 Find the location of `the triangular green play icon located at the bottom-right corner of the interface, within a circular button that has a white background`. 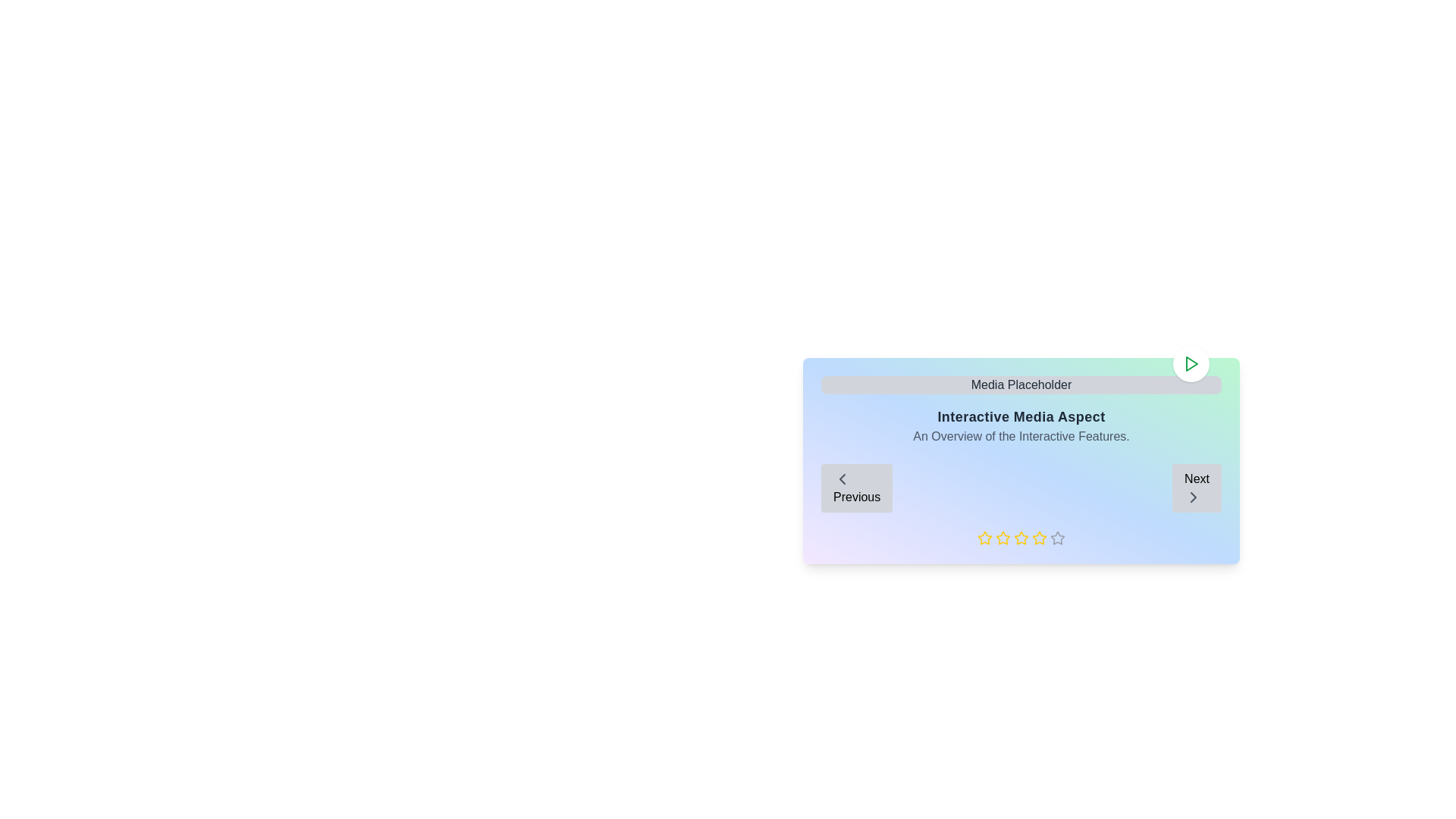

the triangular green play icon located at the bottom-right corner of the interface, within a circular button that has a white background is located at coordinates (1190, 363).